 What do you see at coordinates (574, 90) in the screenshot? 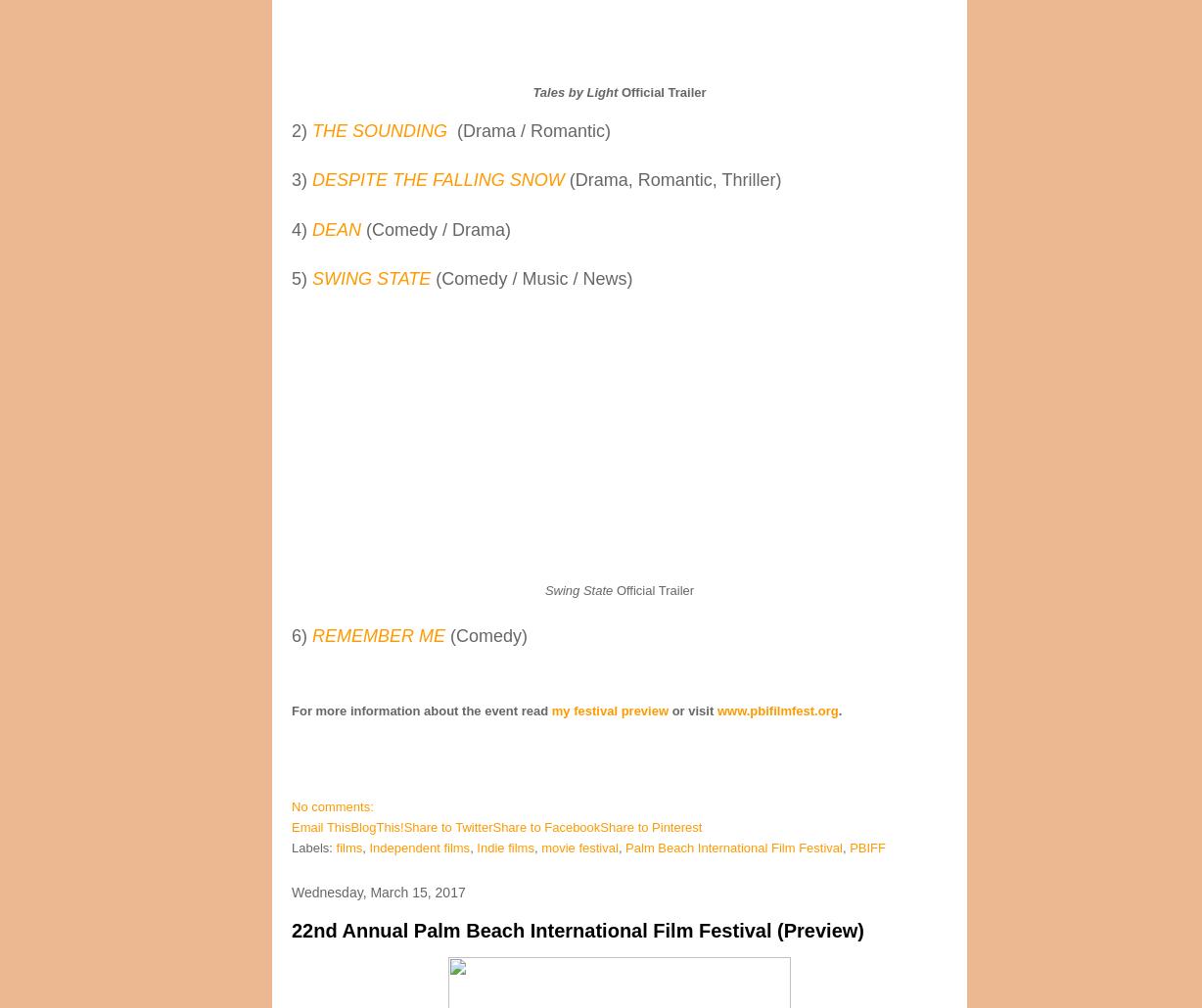
I see `'Tales by Light'` at bounding box center [574, 90].